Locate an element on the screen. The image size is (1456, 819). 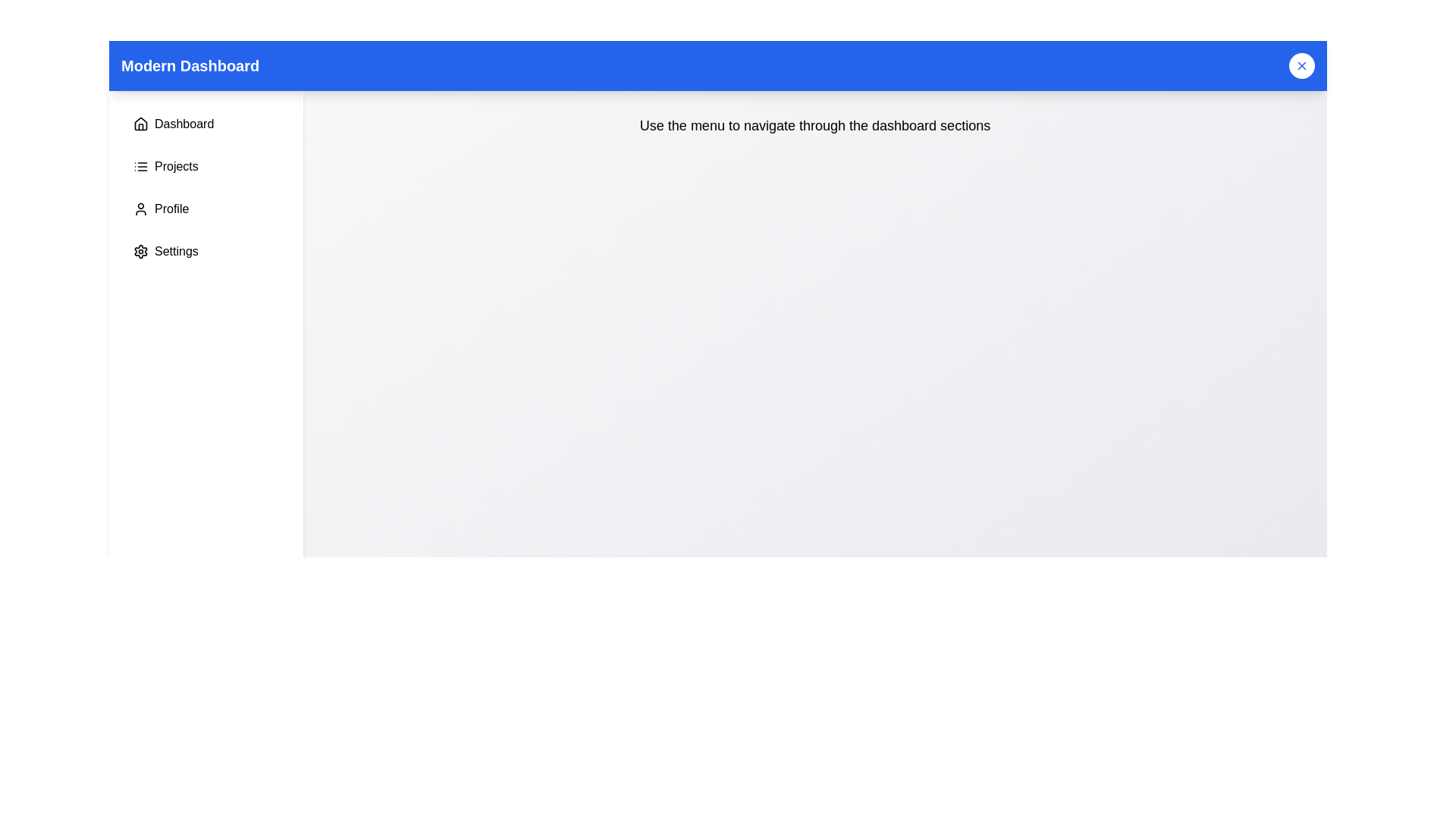
the gear-shaped settings icon located in the left sidebar is located at coordinates (141, 250).